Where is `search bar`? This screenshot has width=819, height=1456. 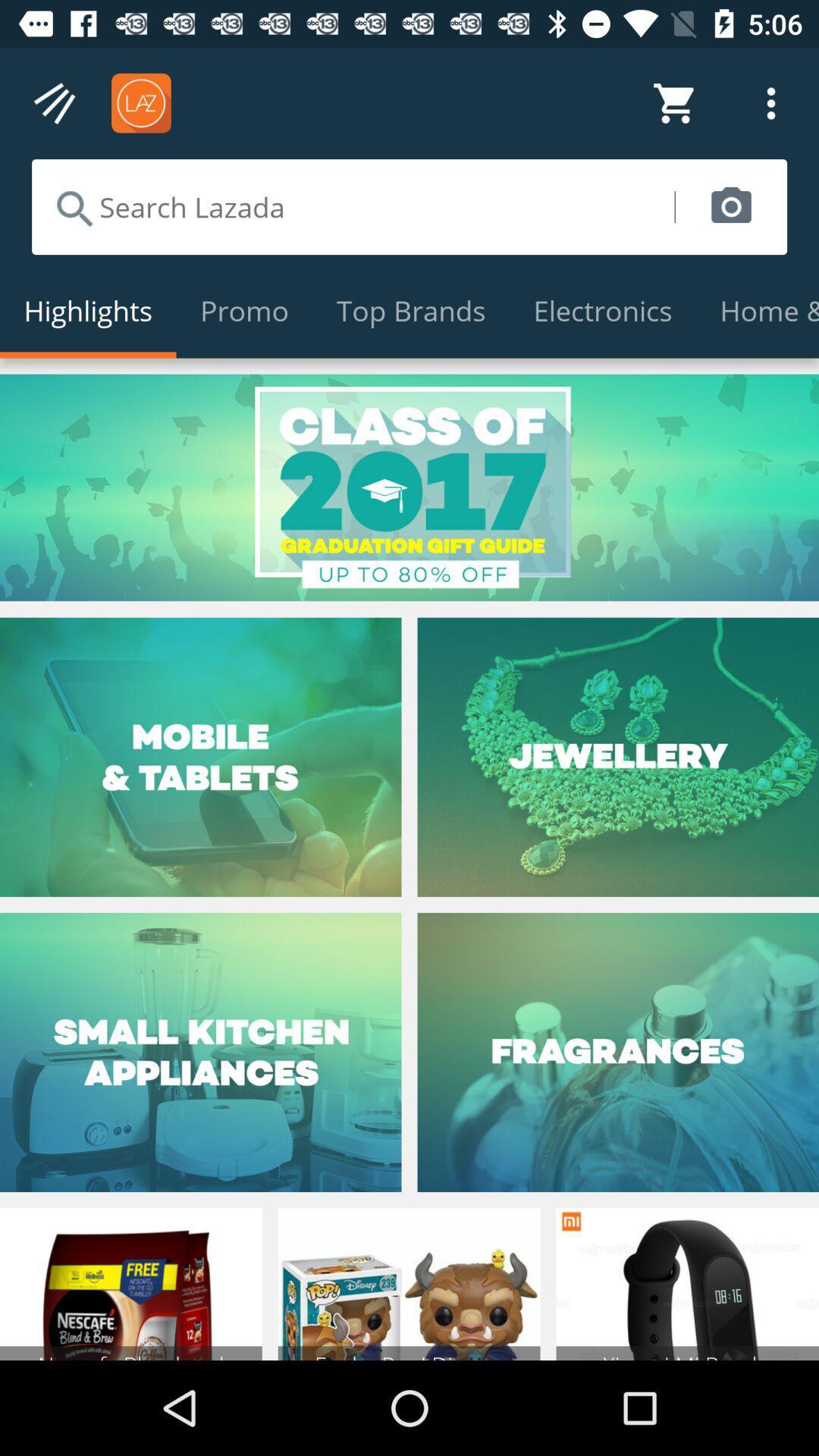
search bar is located at coordinates (353, 206).